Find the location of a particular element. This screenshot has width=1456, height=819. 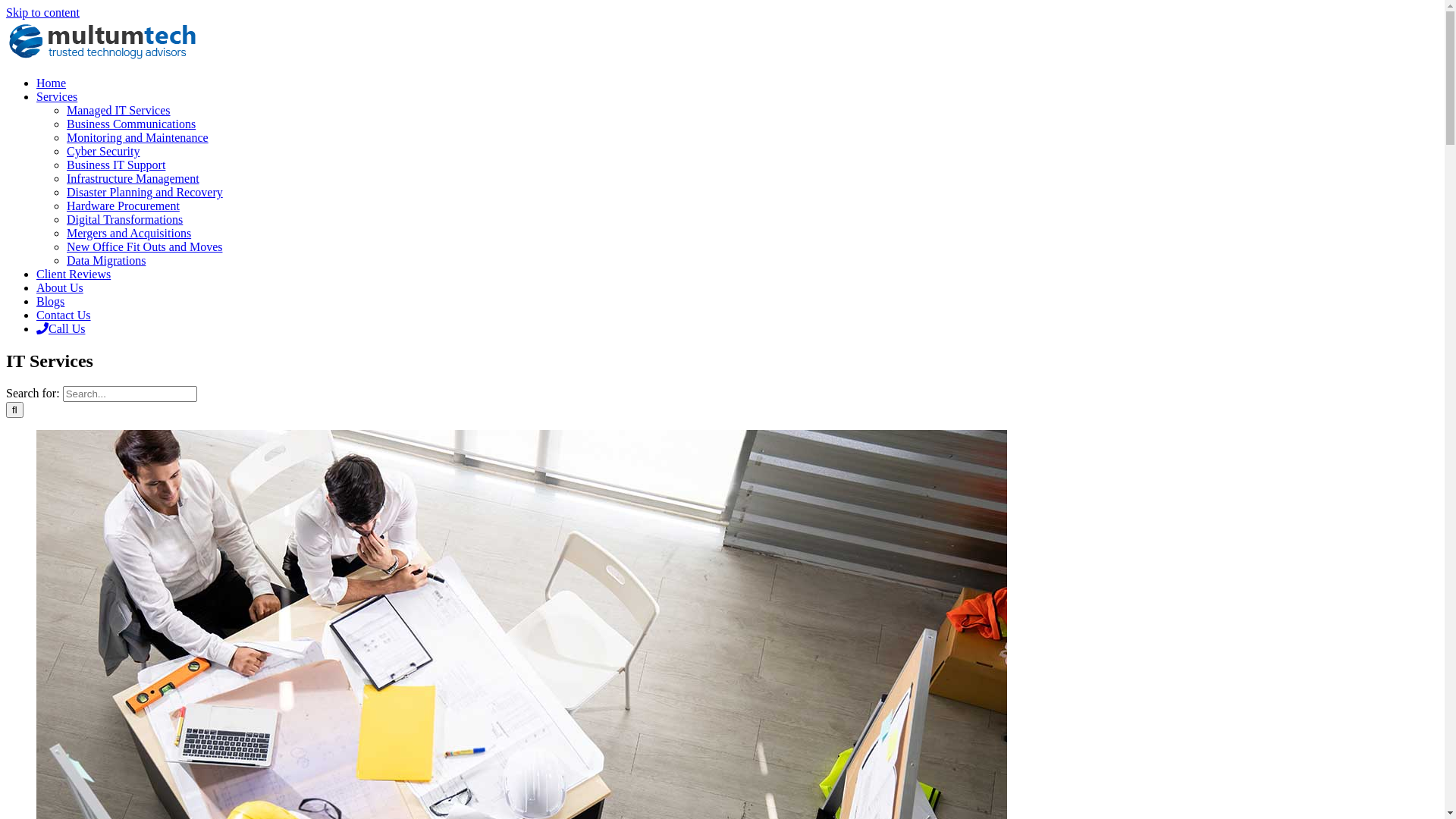

'Data Migrations' is located at coordinates (105, 259).